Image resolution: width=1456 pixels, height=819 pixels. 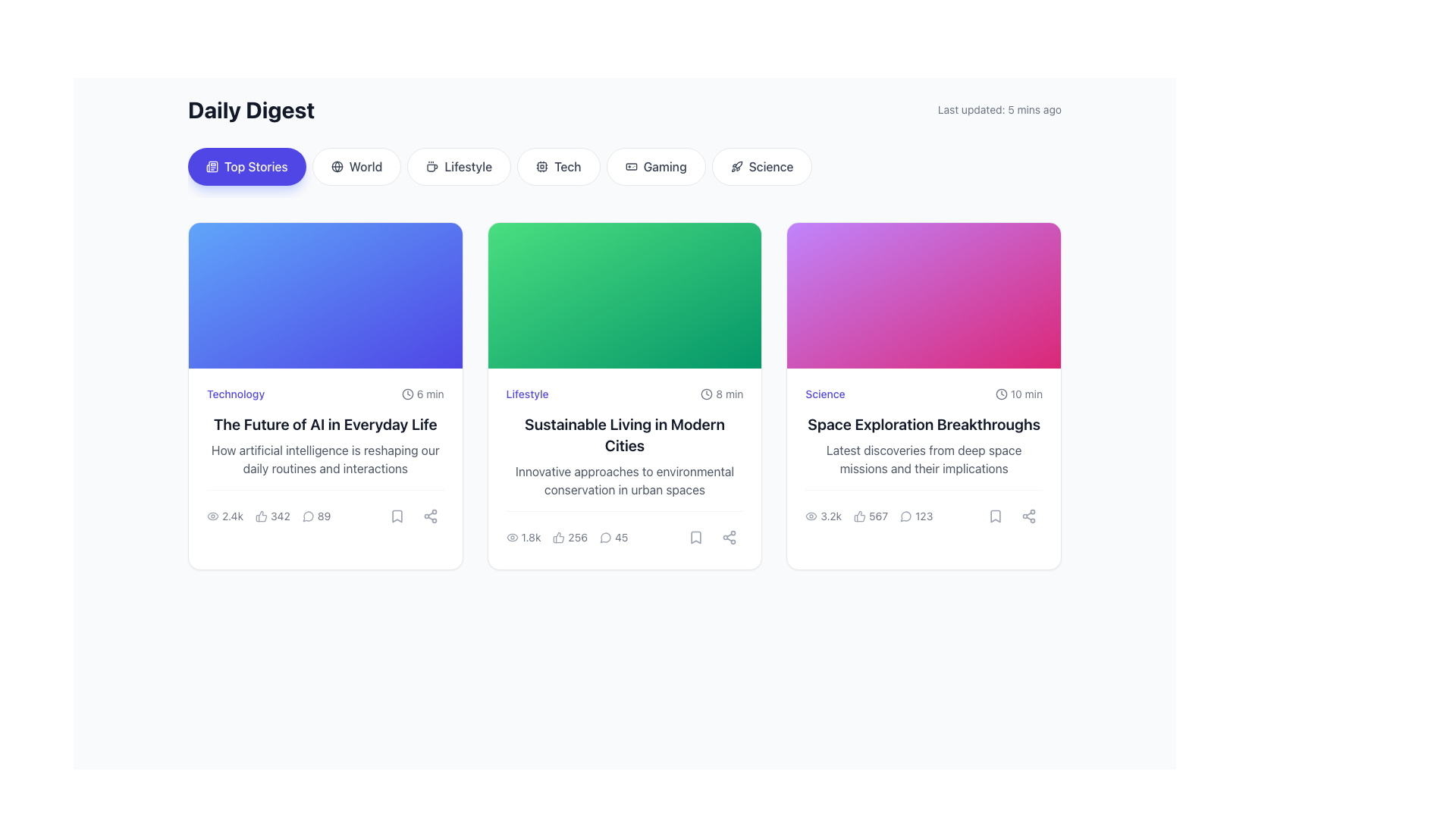 I want to click on the bookmarking button located at the bottom-right corner of the third card titled 'Space Exploration Breakthroughs' to bookmark the content, so click(x=995, y=516).